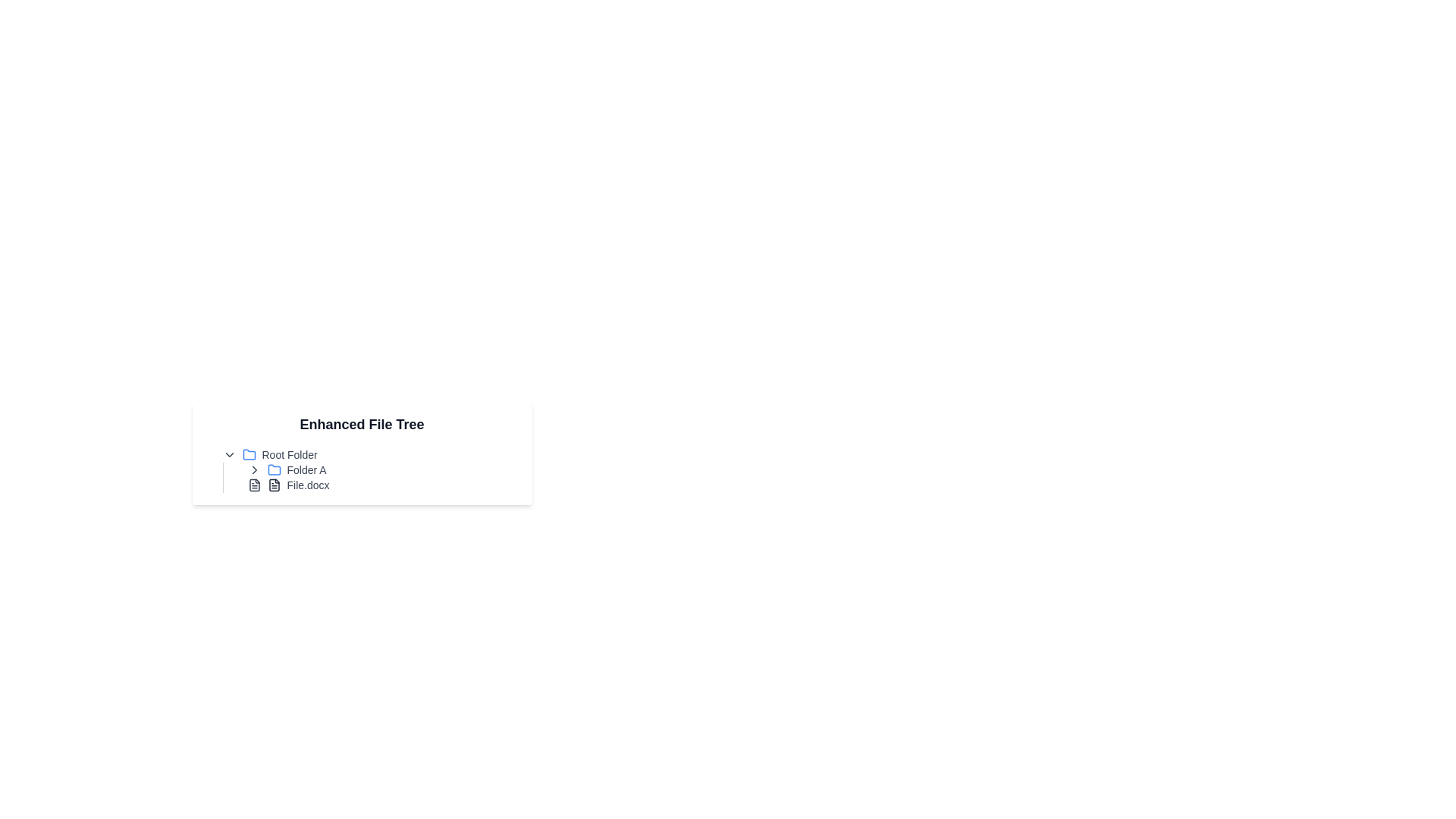  What do you see at coordinates (290, 454) in the screenshot?
I see `the static text label representing the root directory in the file navigation system, located beneath the title 'Enhanced File Tree'` at bounding box center [290, 454].